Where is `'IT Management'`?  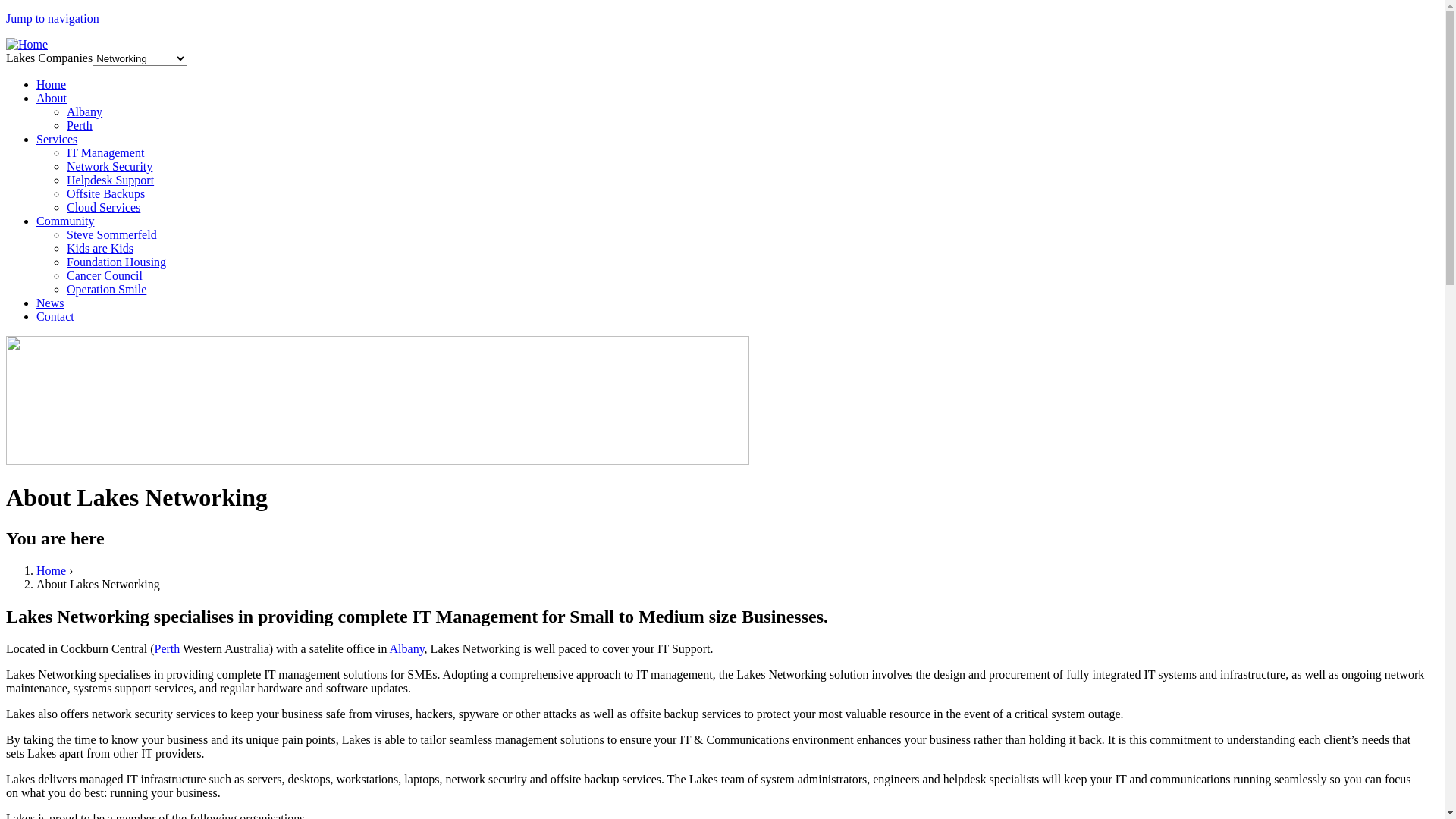 'IT Management' is located at coordinates (65, 152).